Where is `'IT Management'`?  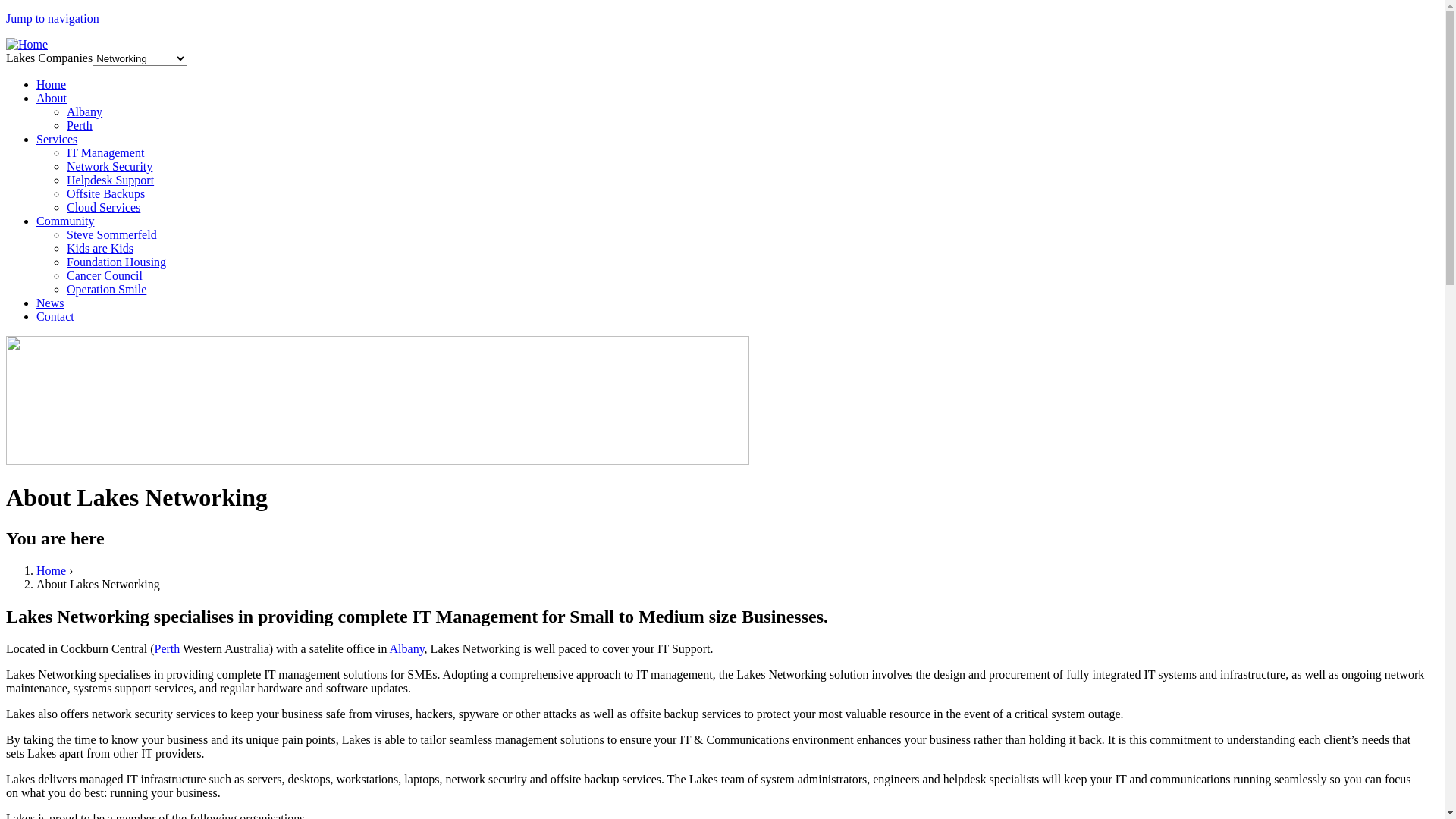 'IT Management' is located at coordinates (65, 152).